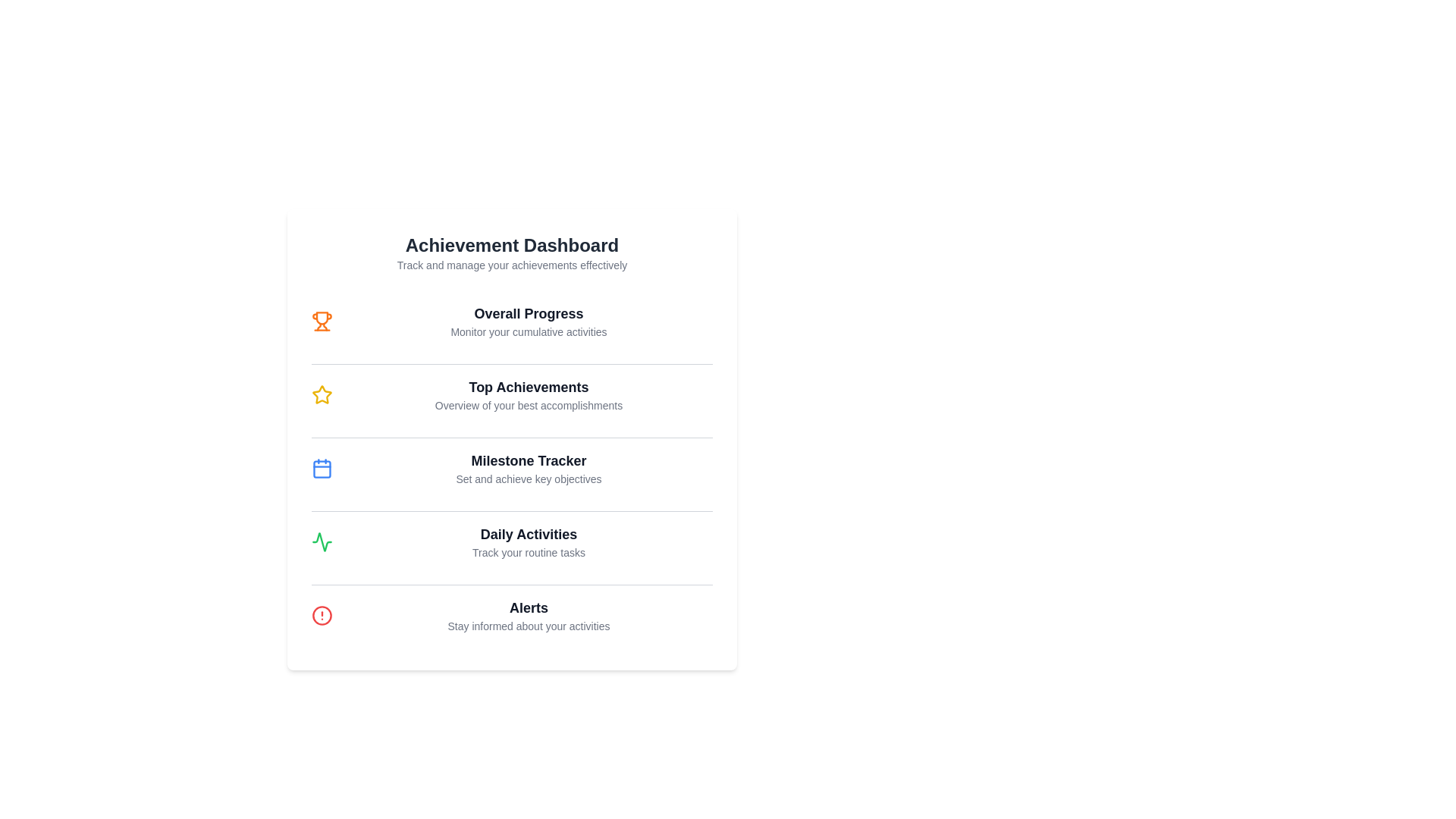 The image size is (1456, 819). Describe the element at coordinates (322, 394) in the screenshot. I see `the bright yellow star icon that serves as the visual indicator for the 'Top Achievements' section in the dashboard interface` at that location.